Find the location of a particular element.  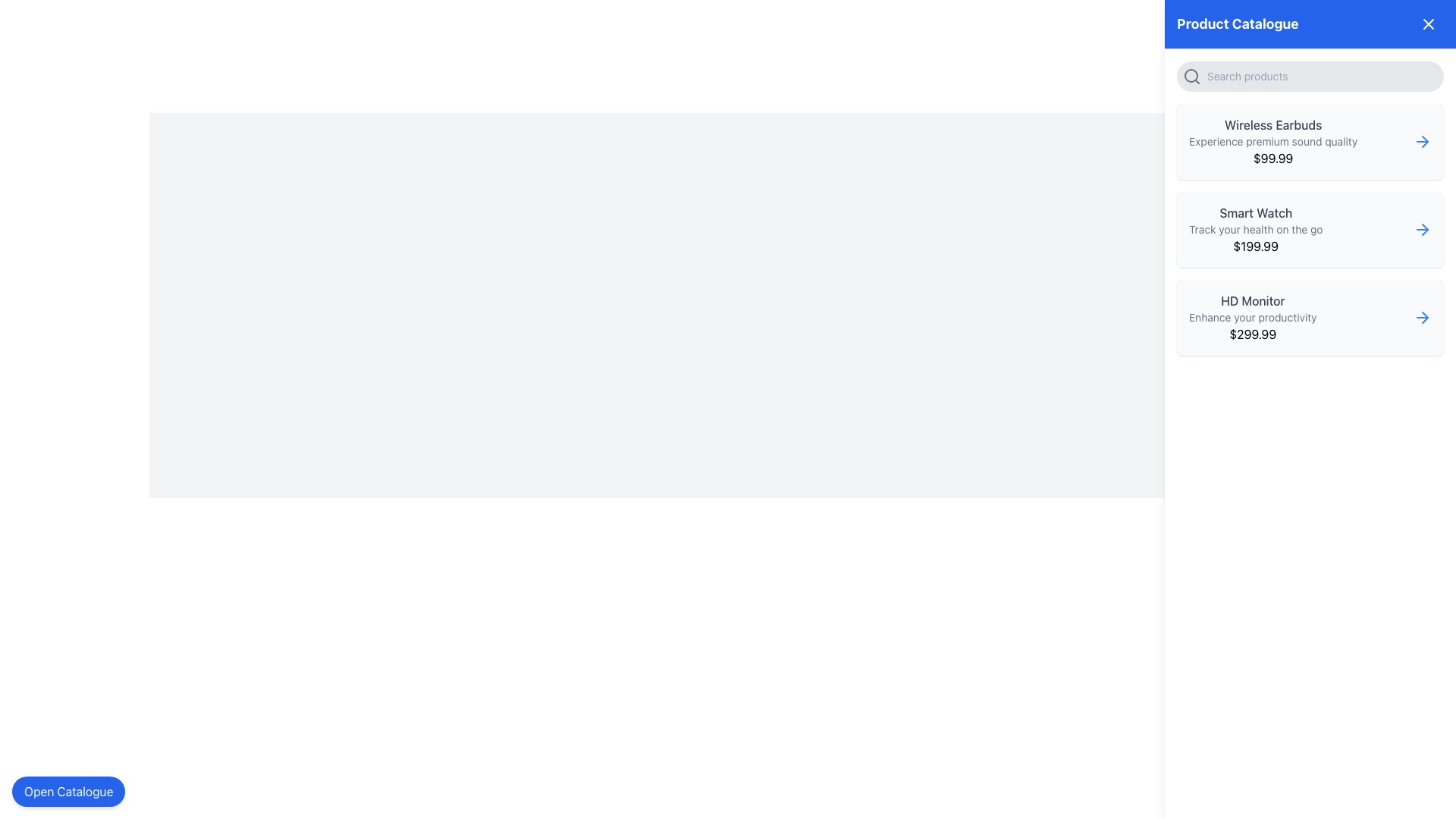

the navigation icon located on the far right side of the 'HD Monitor' product card in the 'Product Catalogue' section is located at coordinates (1422, 317).